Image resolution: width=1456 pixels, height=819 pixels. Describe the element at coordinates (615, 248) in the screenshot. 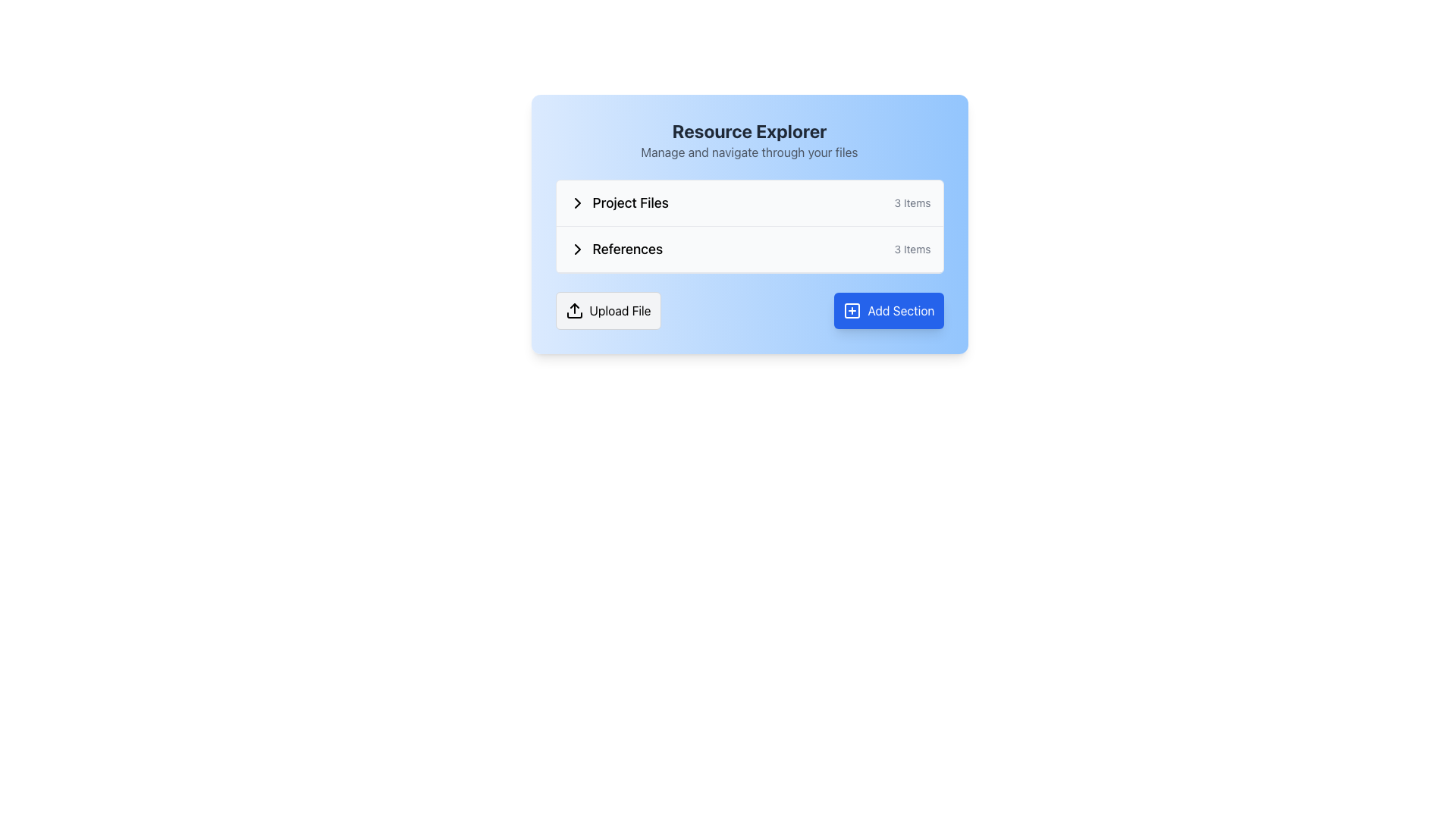

I see `the 'References' menu item represented by a Text Label with Icon located under 'Resource Explorer'` at that location.